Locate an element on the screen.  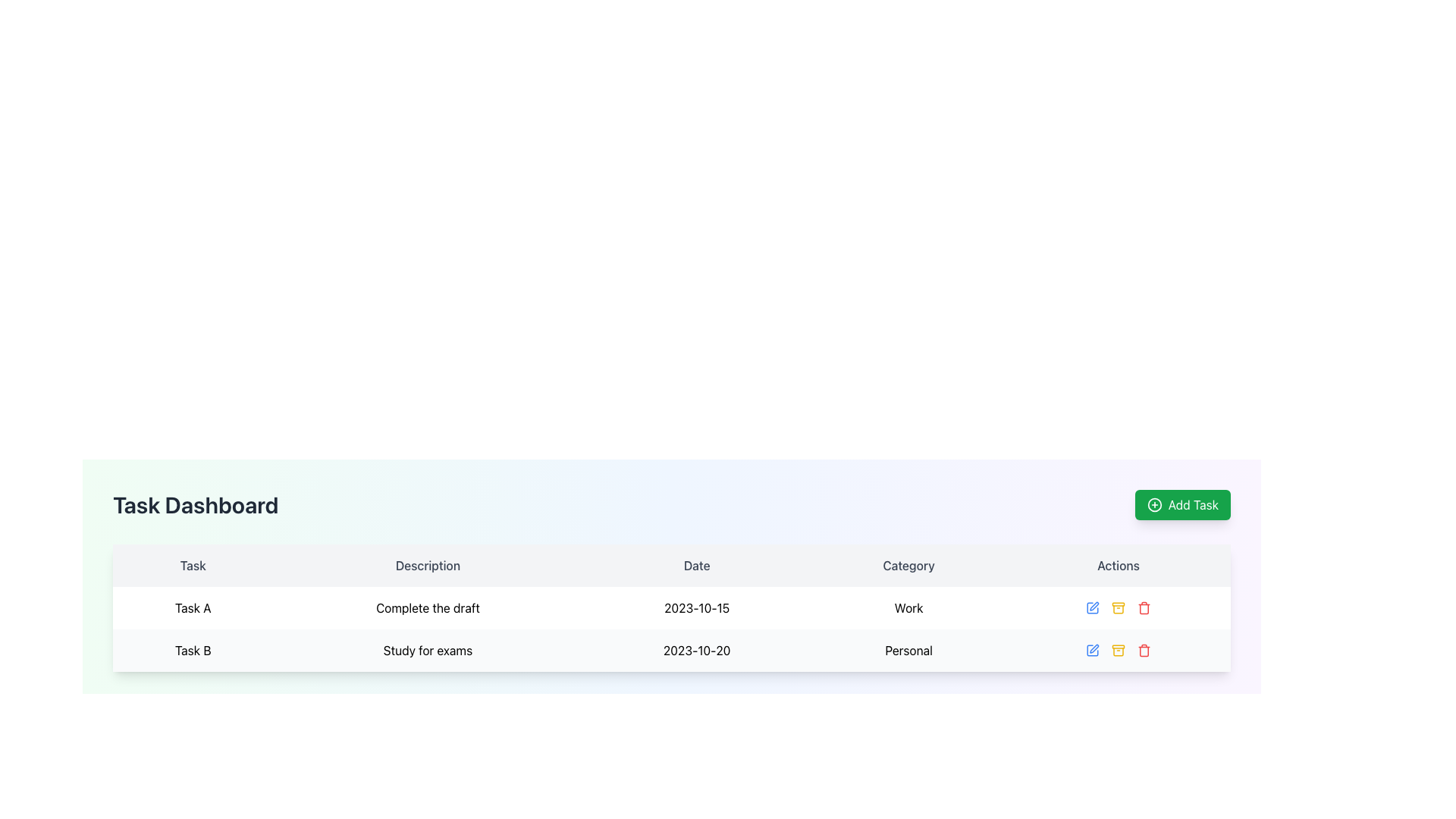
the static header label that serves as the fourth item in the table header, positioned between the 'Date' and 'Actions' labels is located at coordinates (908, 565).